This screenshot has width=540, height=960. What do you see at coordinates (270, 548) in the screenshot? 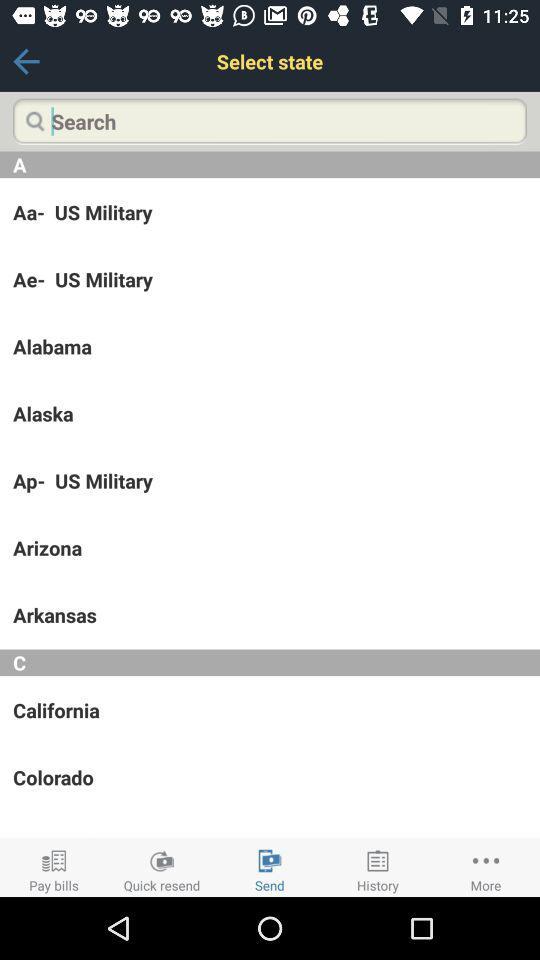
I see `icon above the arkansas` at bounding box center [270, 548].